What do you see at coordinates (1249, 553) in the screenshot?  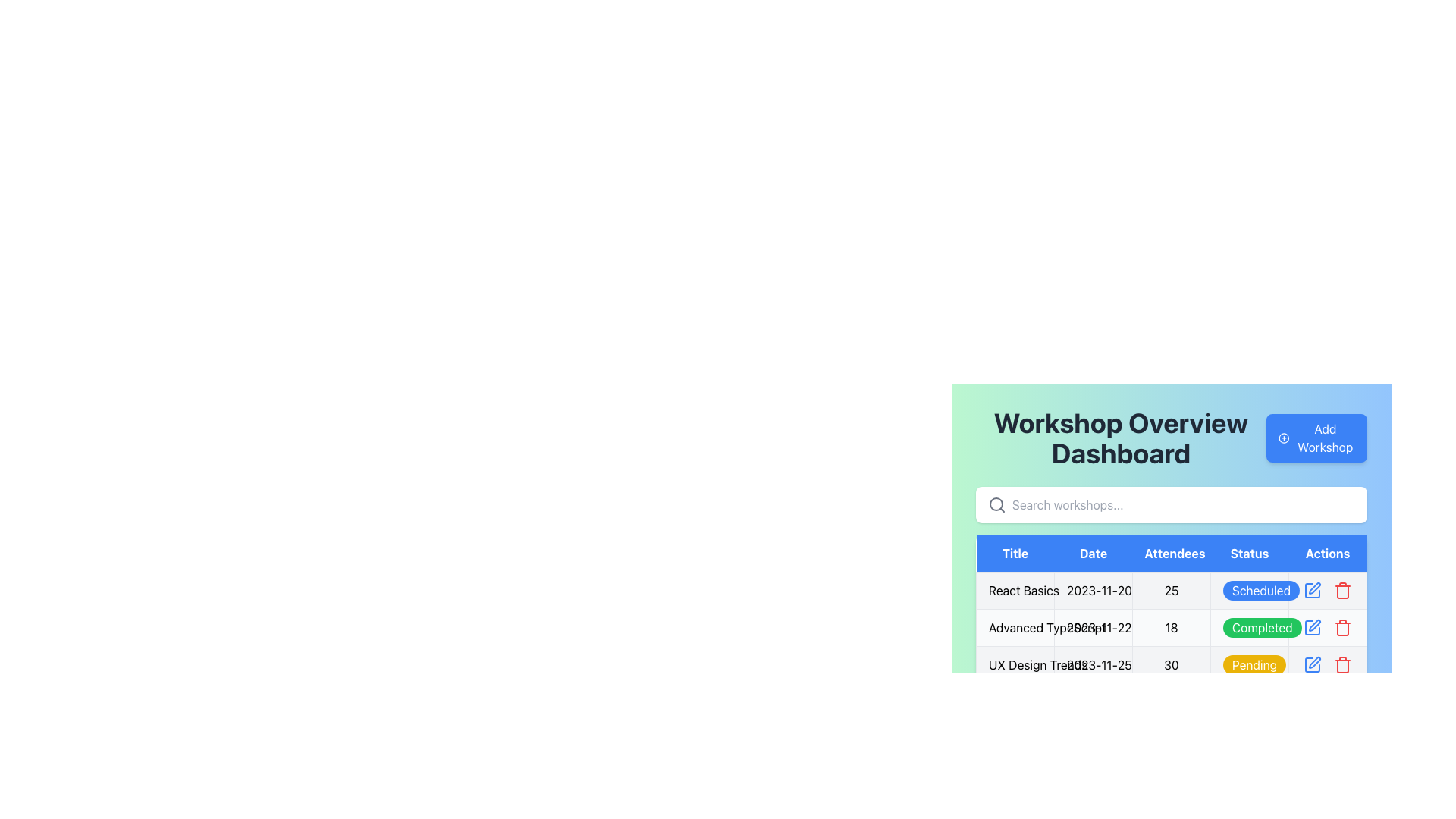 I see `the Header Label that indicates status data in the data table, positioned as the fourth element in the horizontal row of five headers: 'Title', 'Date', 'Attendees', and 'Actions'` at bounding box center [1249, 553].